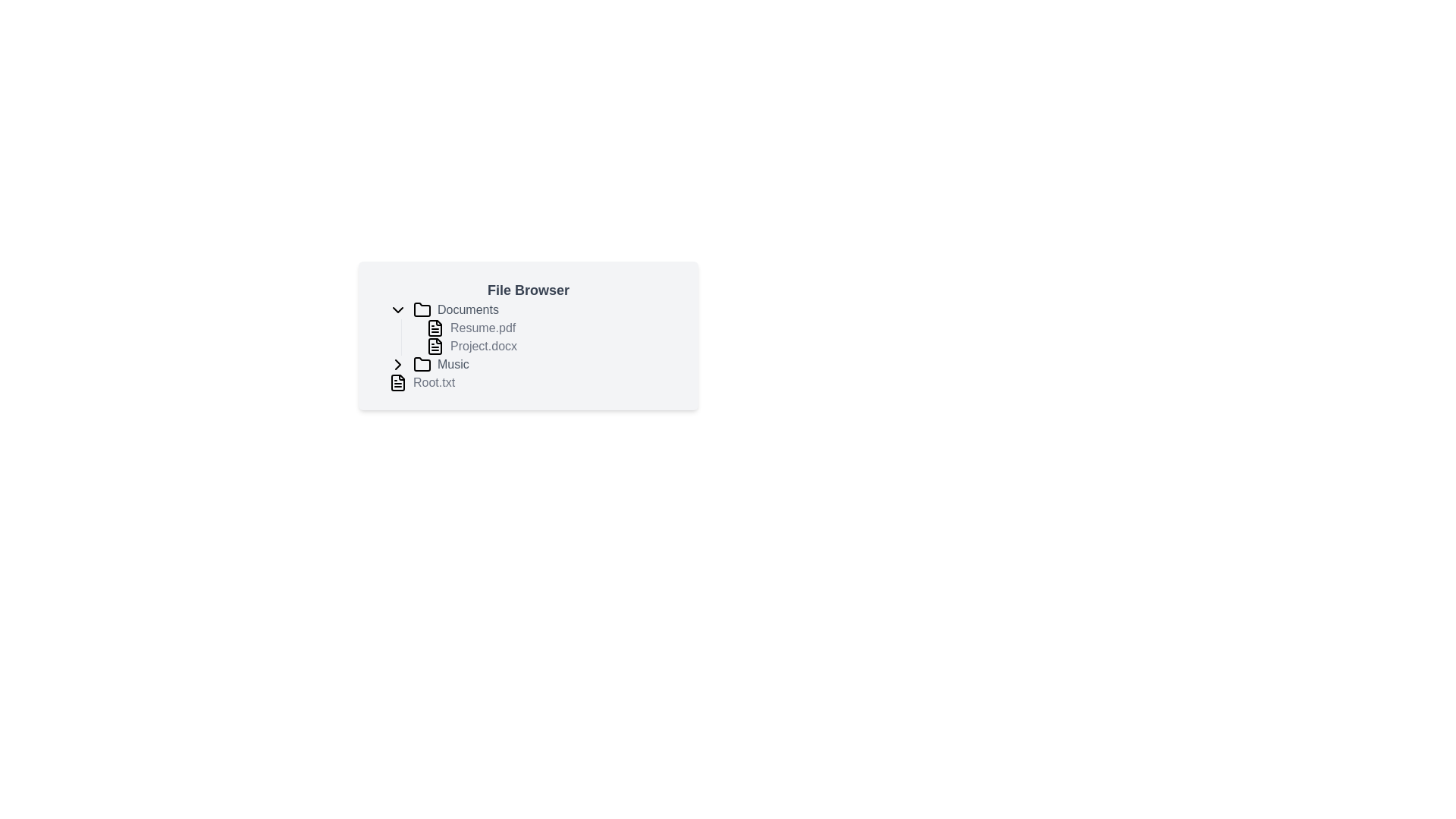  I want to click on the 'Documents' text label, so click(467, 309).